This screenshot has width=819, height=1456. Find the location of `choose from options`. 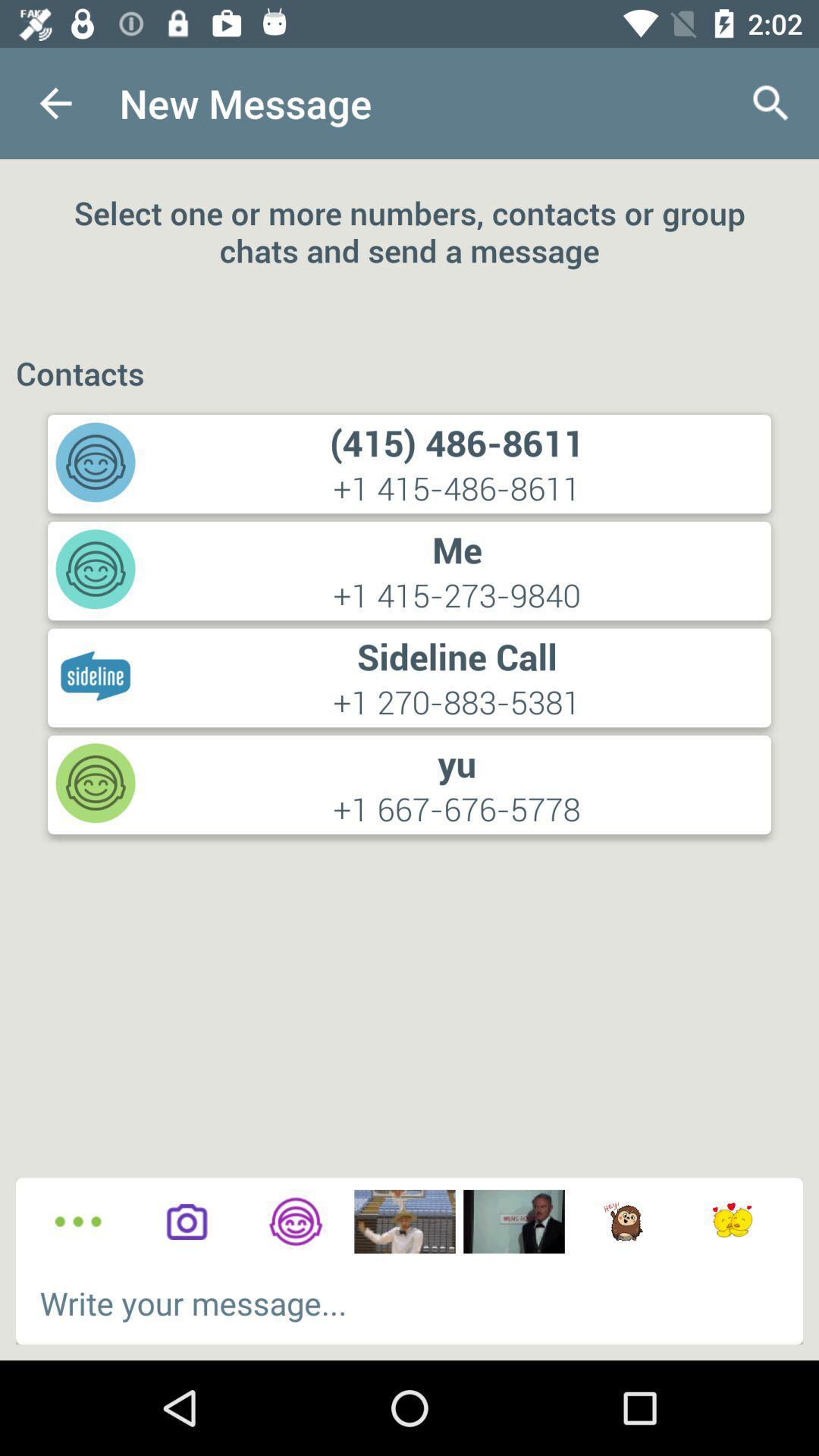

choose from options is located at coordinates (78, 1222).